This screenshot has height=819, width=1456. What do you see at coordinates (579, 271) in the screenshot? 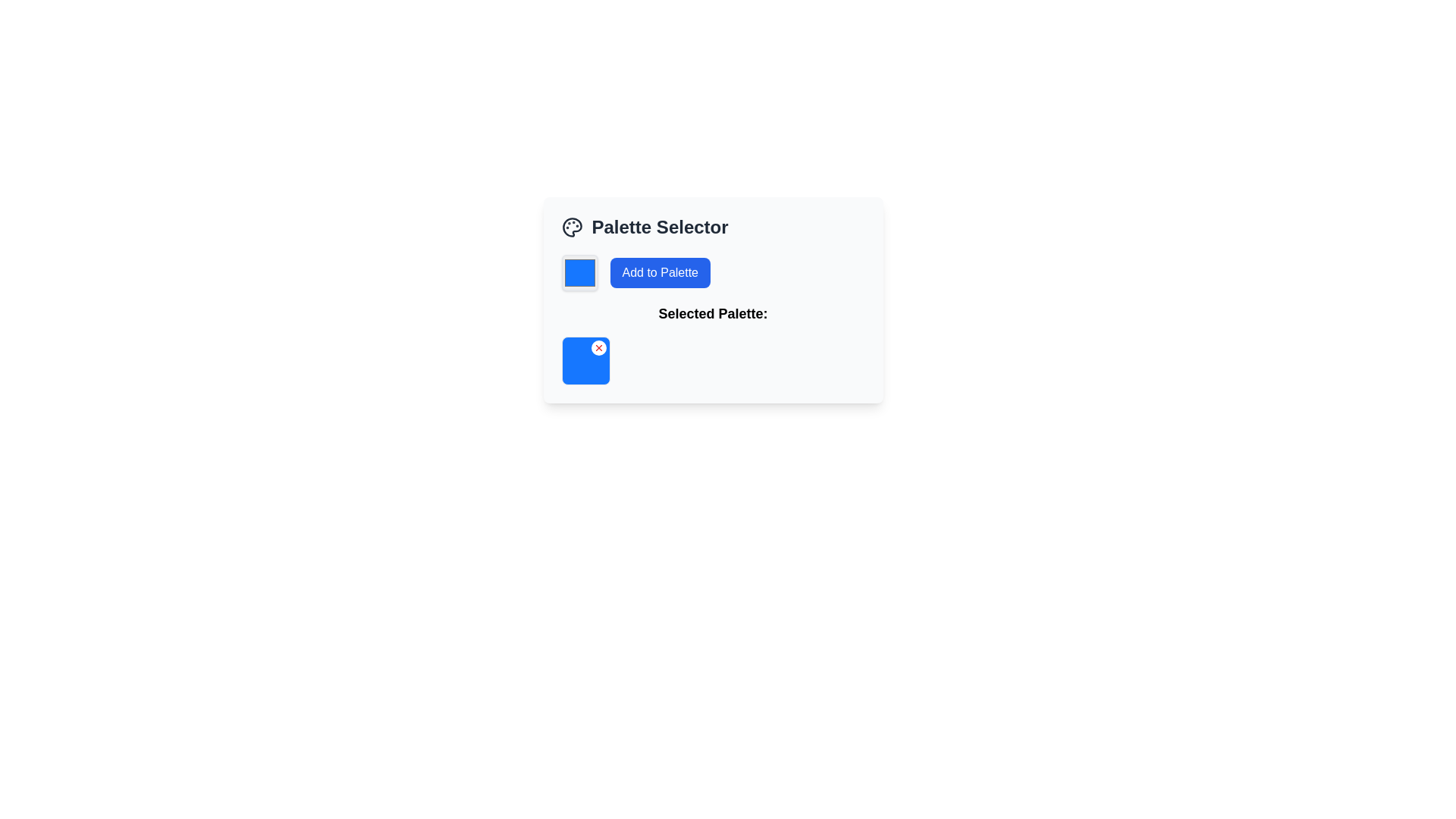
I see `the Color picker tile, which is a square-shaped blue component with a rounded edge located to the left of the 'Add to Palette' button` at bounding box center [579, 271].